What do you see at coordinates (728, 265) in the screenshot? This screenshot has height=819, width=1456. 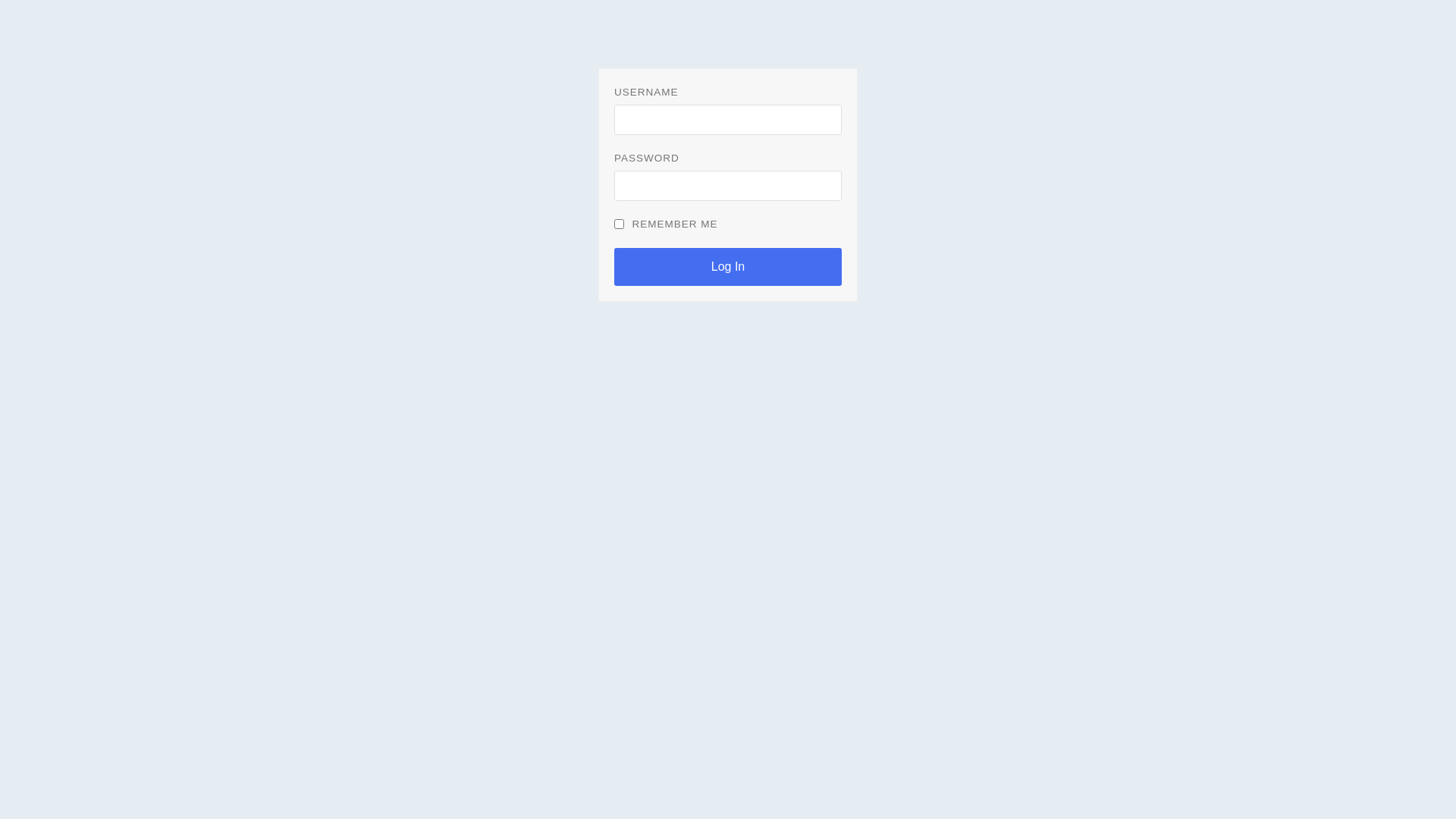 I see `'Log In'` at bounding box center [728, 265].